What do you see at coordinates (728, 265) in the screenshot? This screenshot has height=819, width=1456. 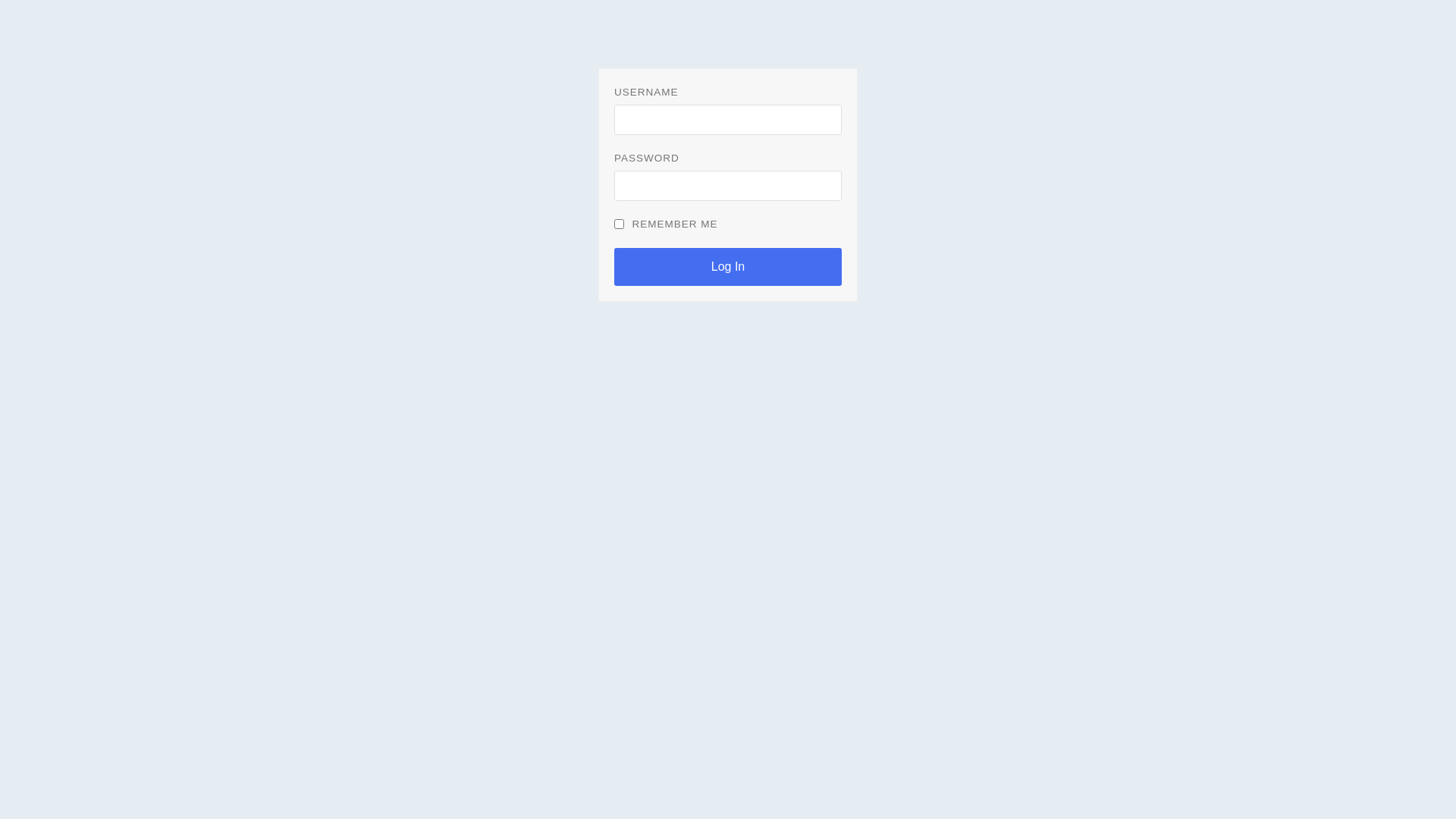 I see `'Log In'` at bounding box center [728, 265].